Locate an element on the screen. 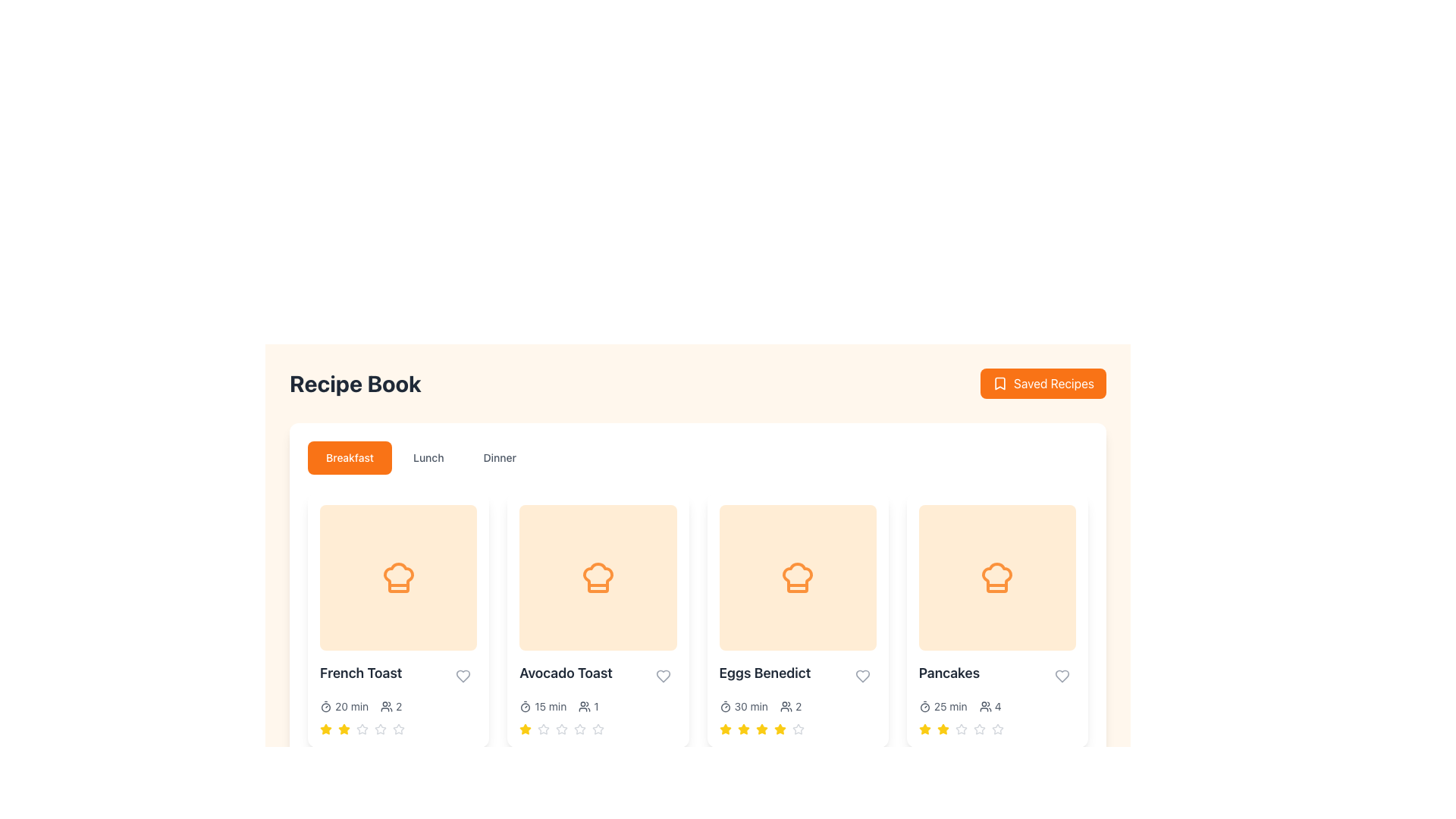  the first filled yellow star icon in the 5-star rating system below the 'French Toast' card in the 'Breakfast' tab is located at coordinates (325, 728).